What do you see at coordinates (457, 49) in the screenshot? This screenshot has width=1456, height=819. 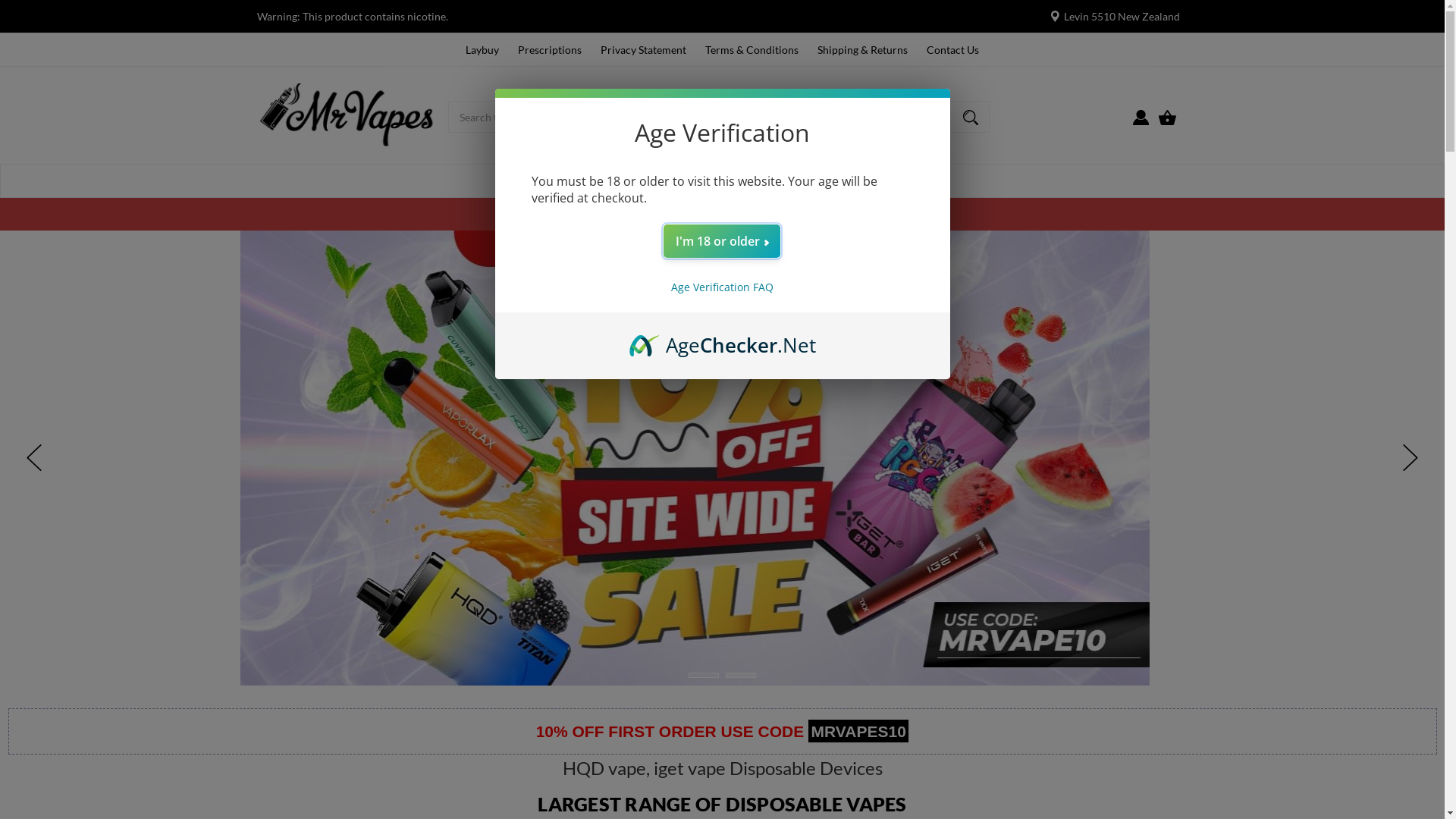 I see `'Laybuy'` at bounding box center [457, 49].